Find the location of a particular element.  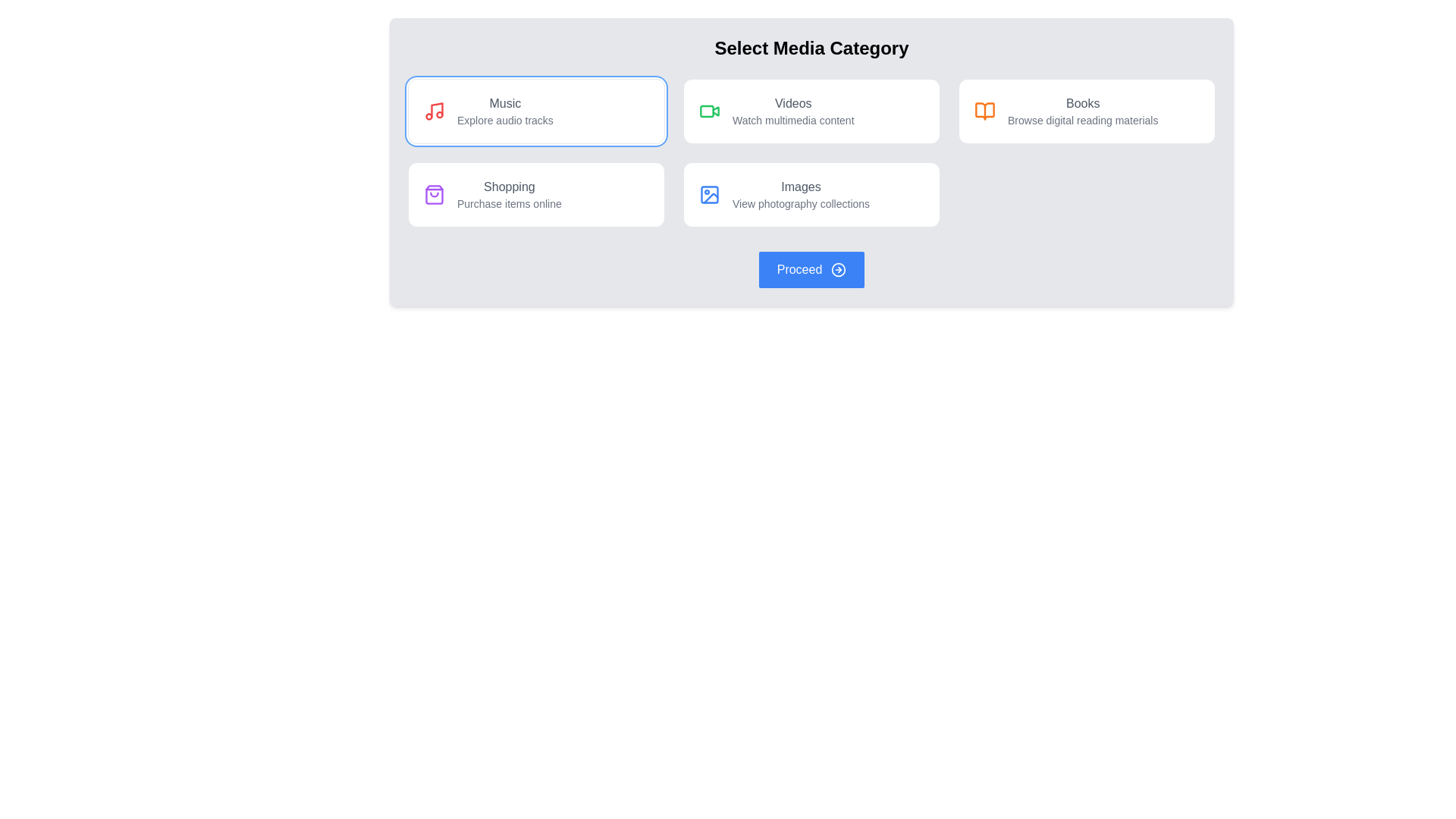

the label displaying 'Watch multimedia content', which is styled in a smaller light gray font and positioned below the title 'Videos' in the top-right section of the grid layout is located at coordinates (792, 119).